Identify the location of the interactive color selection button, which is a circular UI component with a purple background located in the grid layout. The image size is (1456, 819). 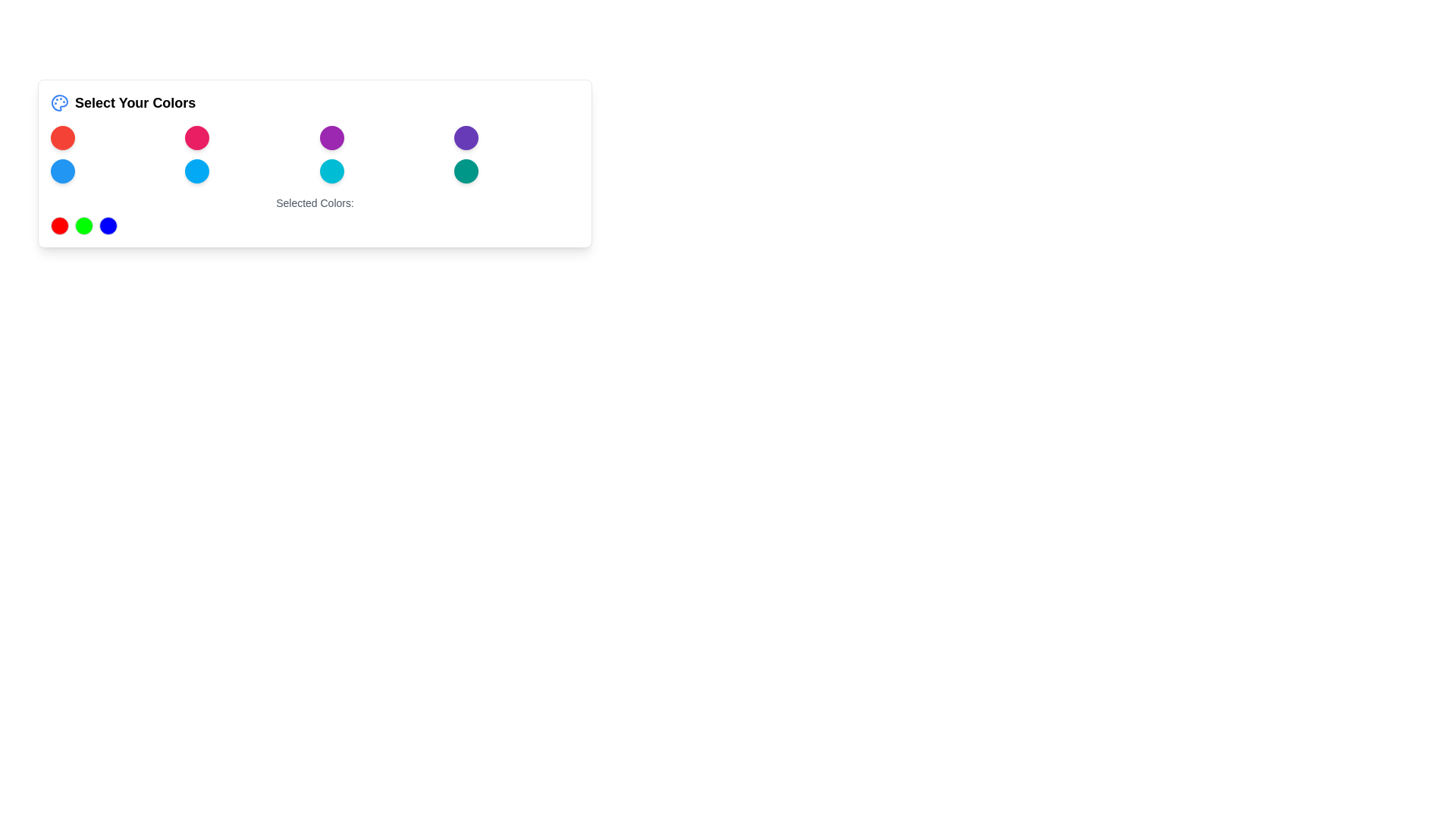
(331, 137).